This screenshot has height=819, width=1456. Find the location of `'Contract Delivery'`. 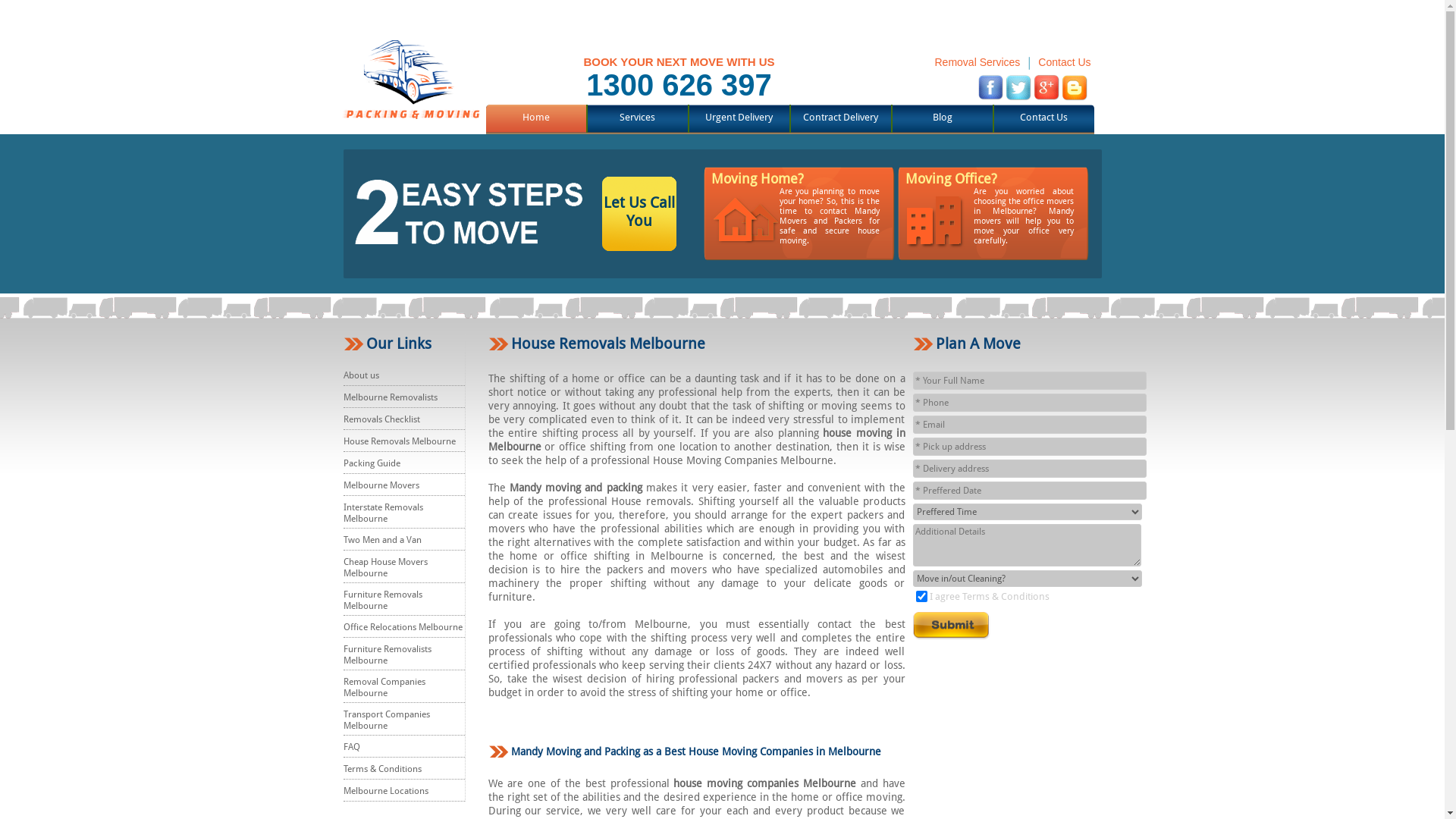

'Contract Delivery' is located at coordinates (839, 116).